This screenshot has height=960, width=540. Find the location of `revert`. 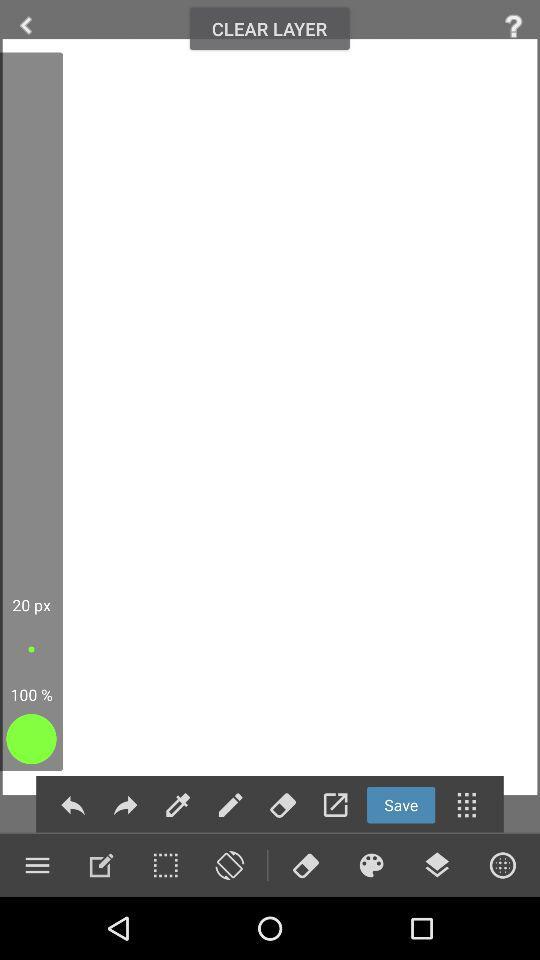

revert is located at coordinates (125, 805).